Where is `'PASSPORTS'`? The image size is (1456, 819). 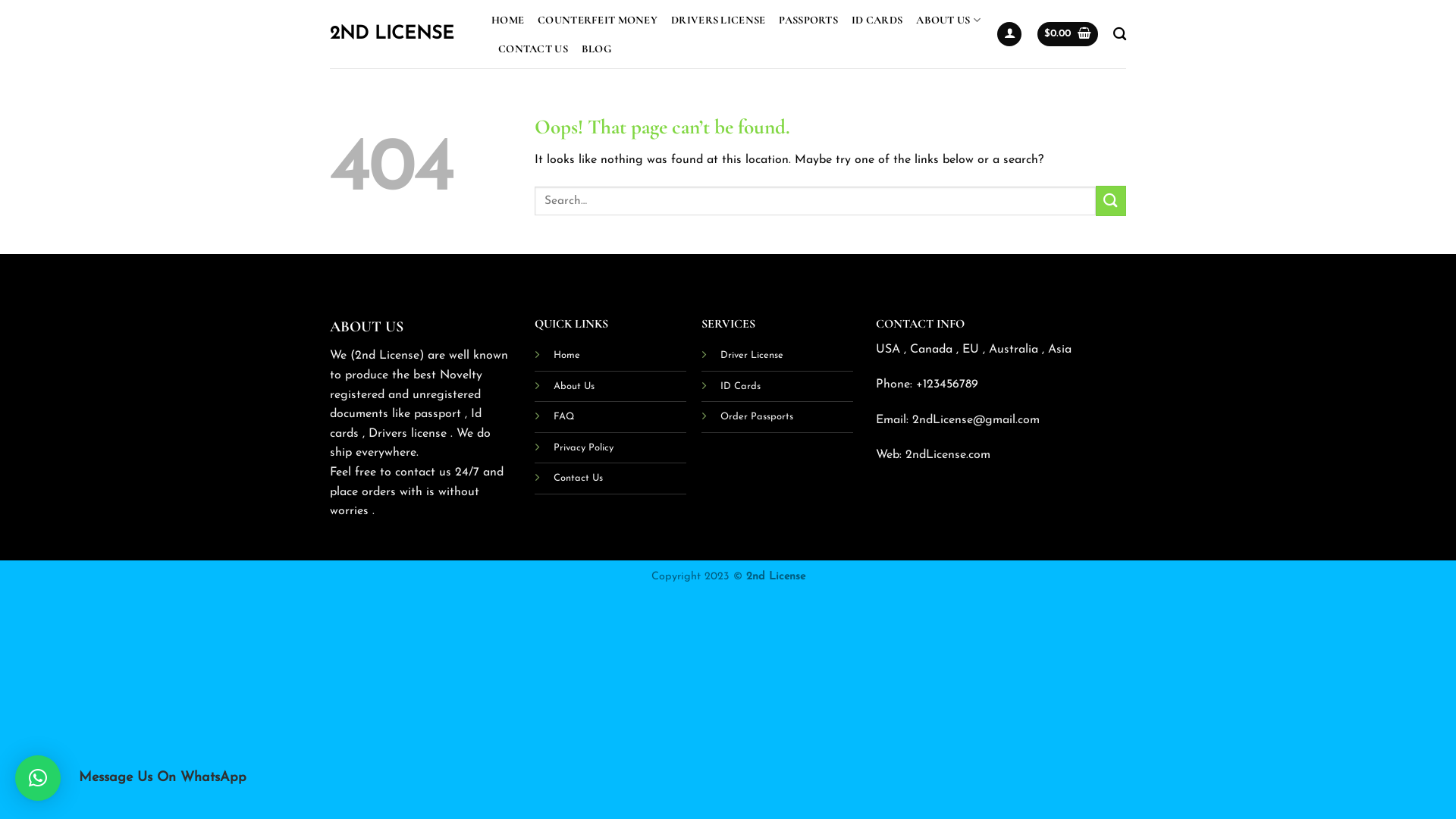 'PASSPORTS' is located at coordinates (807, 20).